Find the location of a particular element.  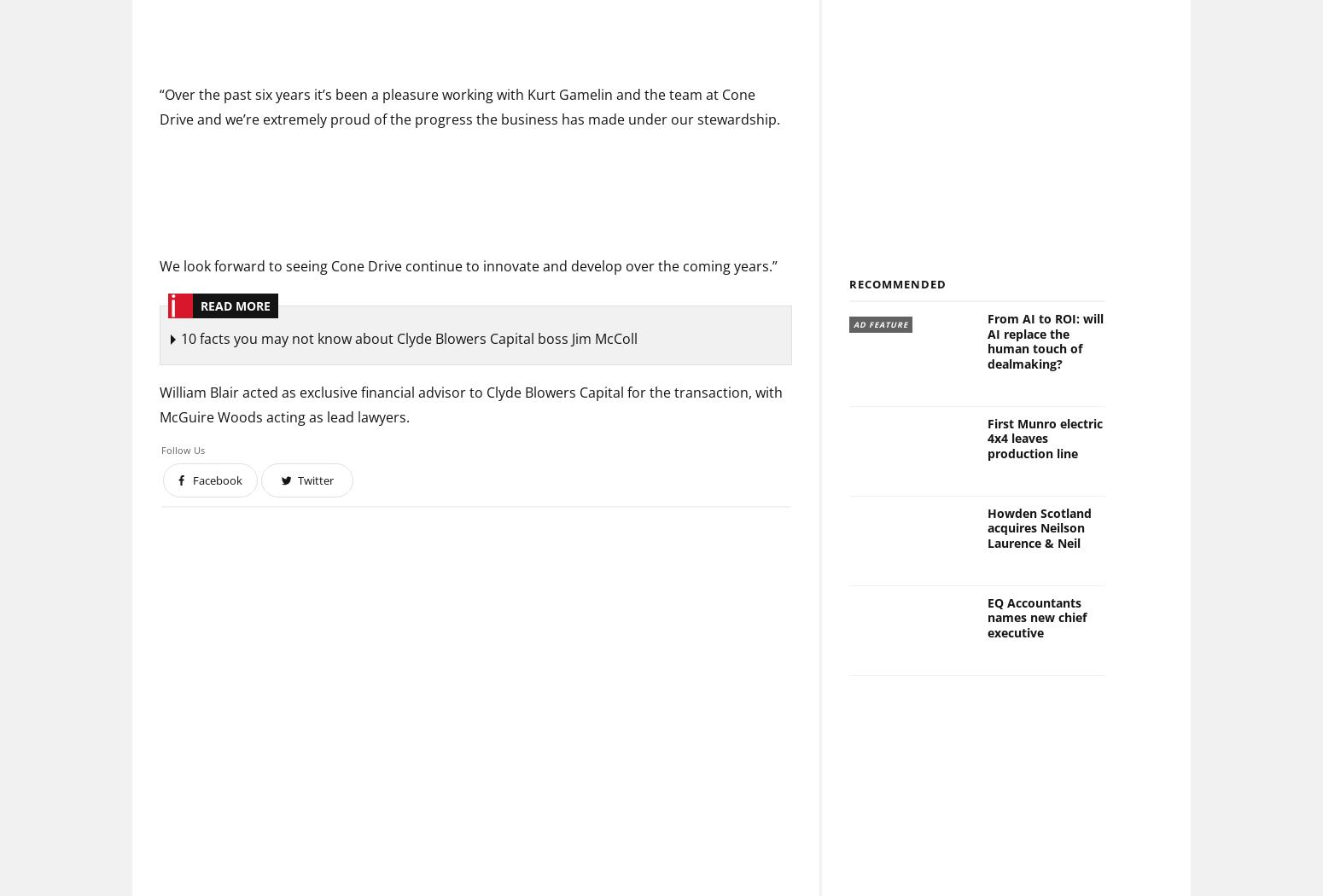

'Ad Feature' is located at coordinates (880, 324).